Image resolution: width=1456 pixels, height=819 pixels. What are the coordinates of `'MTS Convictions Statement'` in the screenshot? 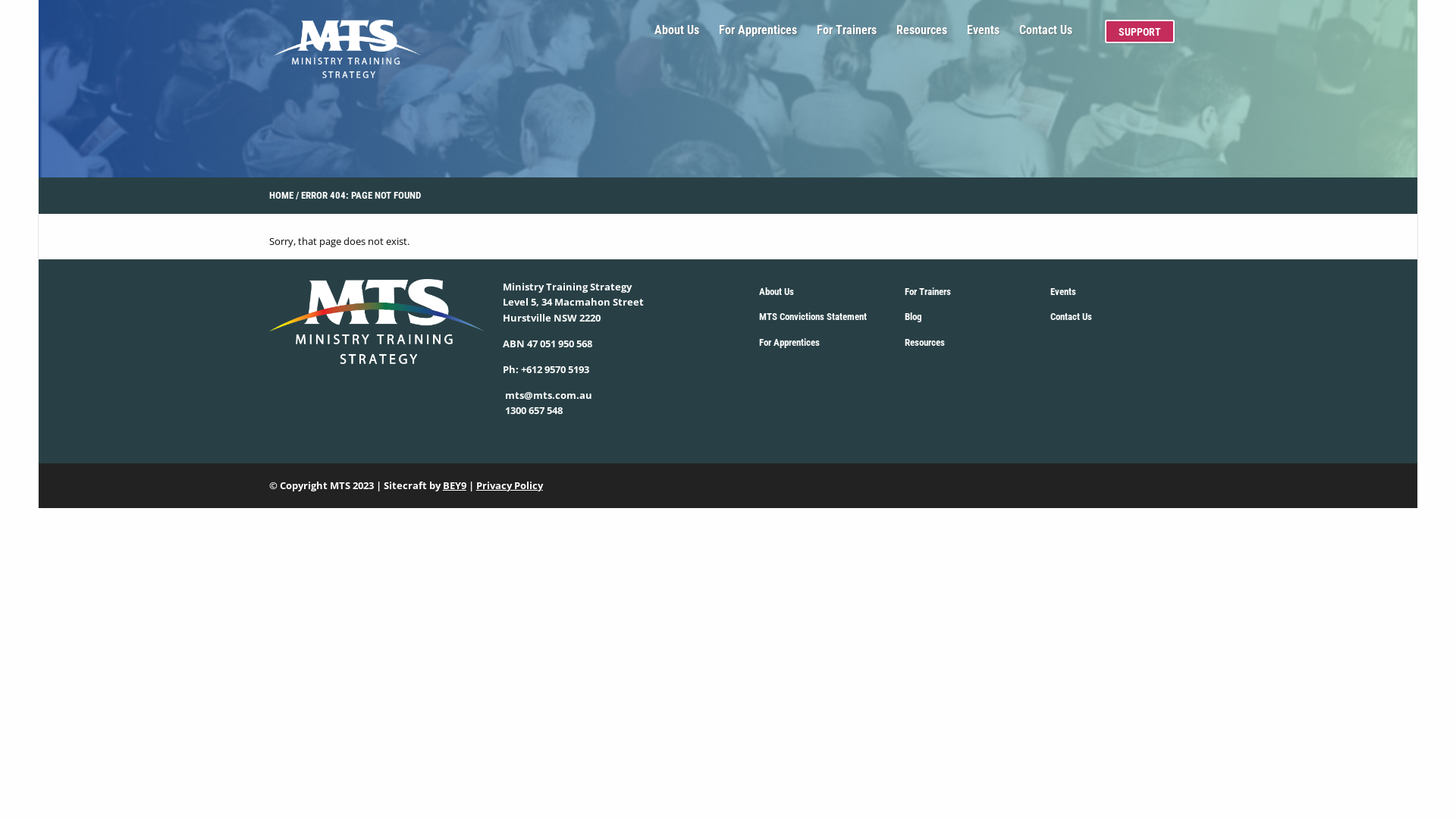 It's located at (811, 316).